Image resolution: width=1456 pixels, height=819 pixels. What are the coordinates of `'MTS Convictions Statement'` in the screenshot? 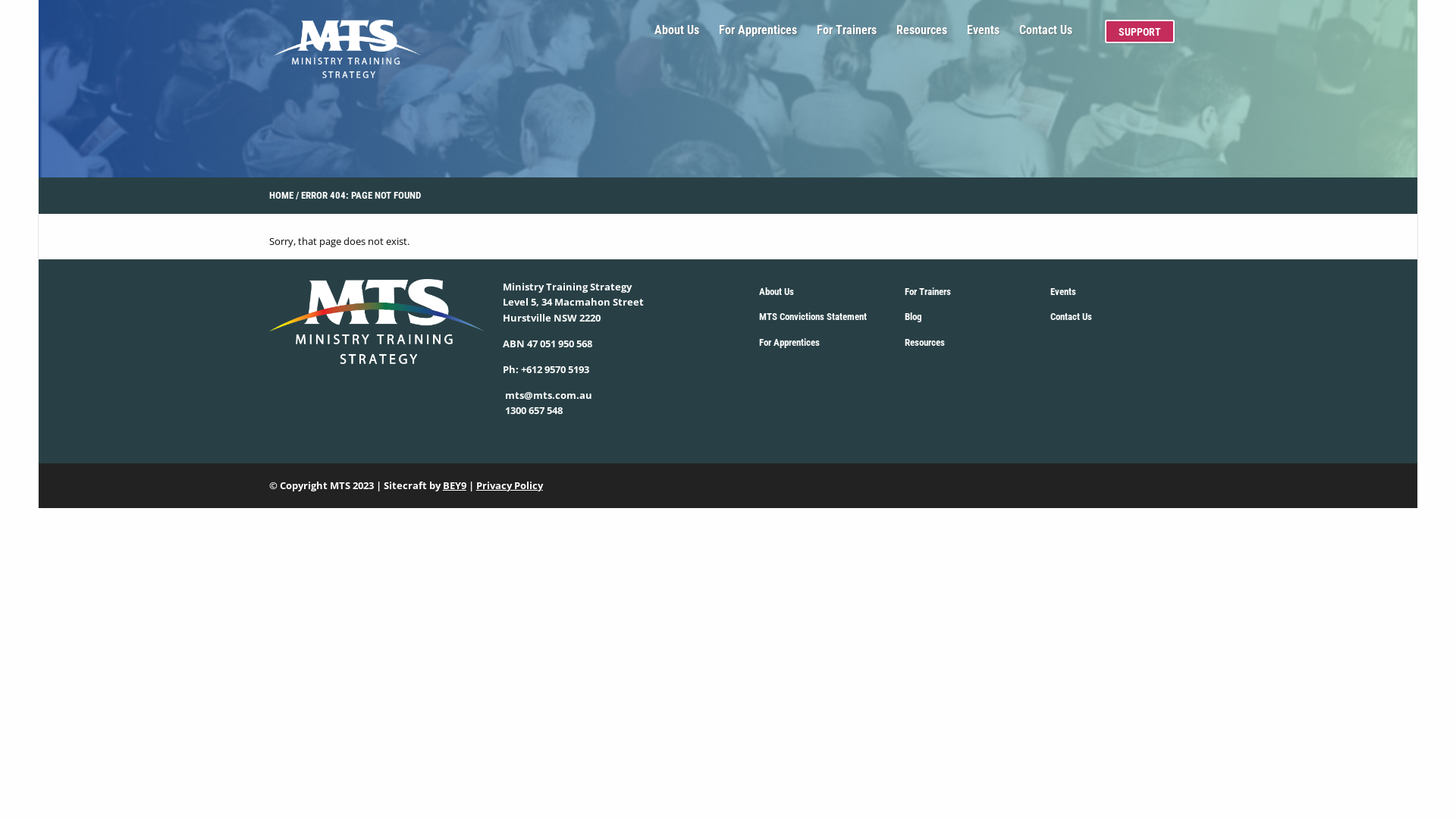 It's located at (811, 316).